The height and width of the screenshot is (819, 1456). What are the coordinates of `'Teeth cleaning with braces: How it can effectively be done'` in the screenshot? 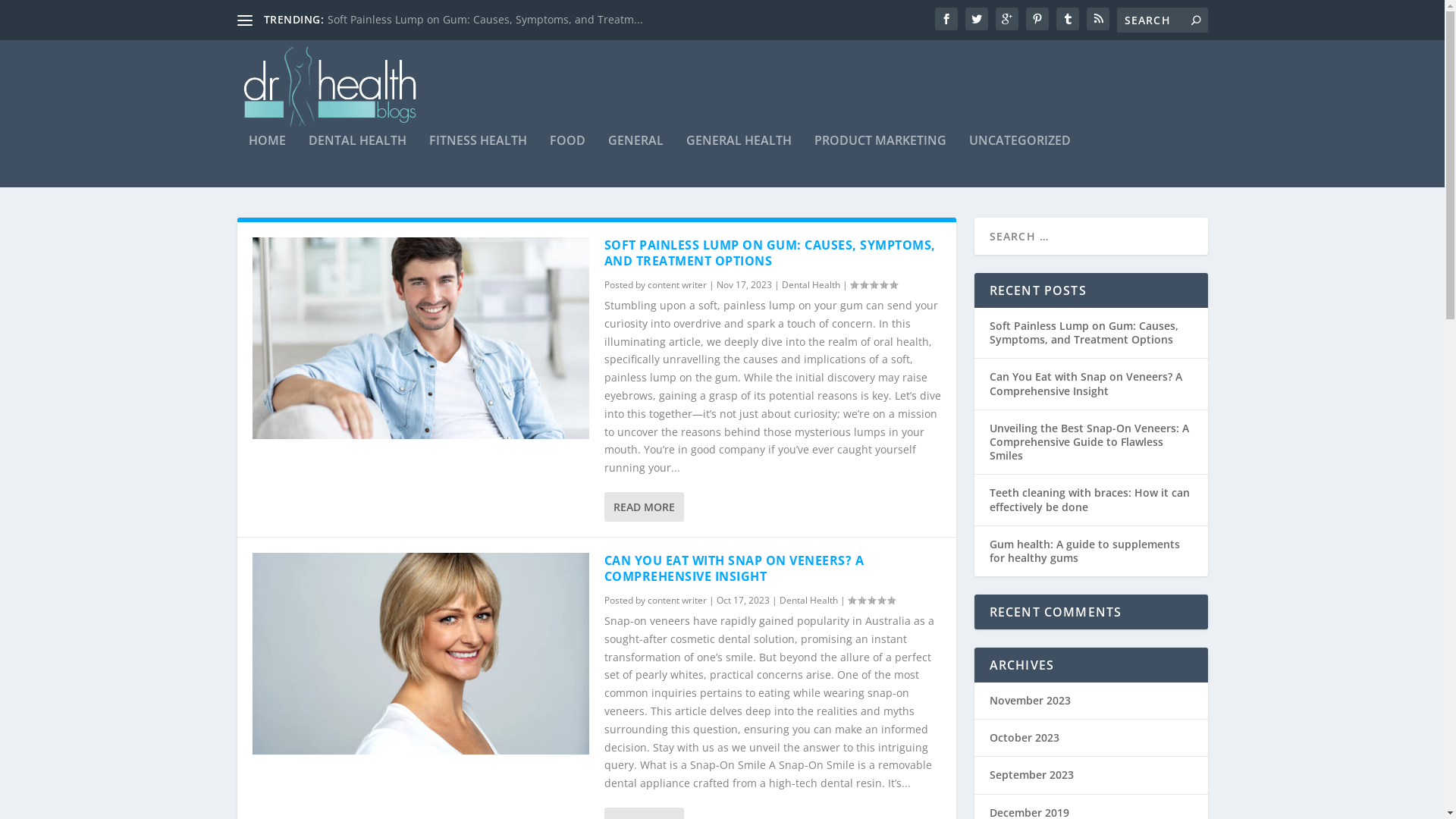 It's located at (1087, 499).